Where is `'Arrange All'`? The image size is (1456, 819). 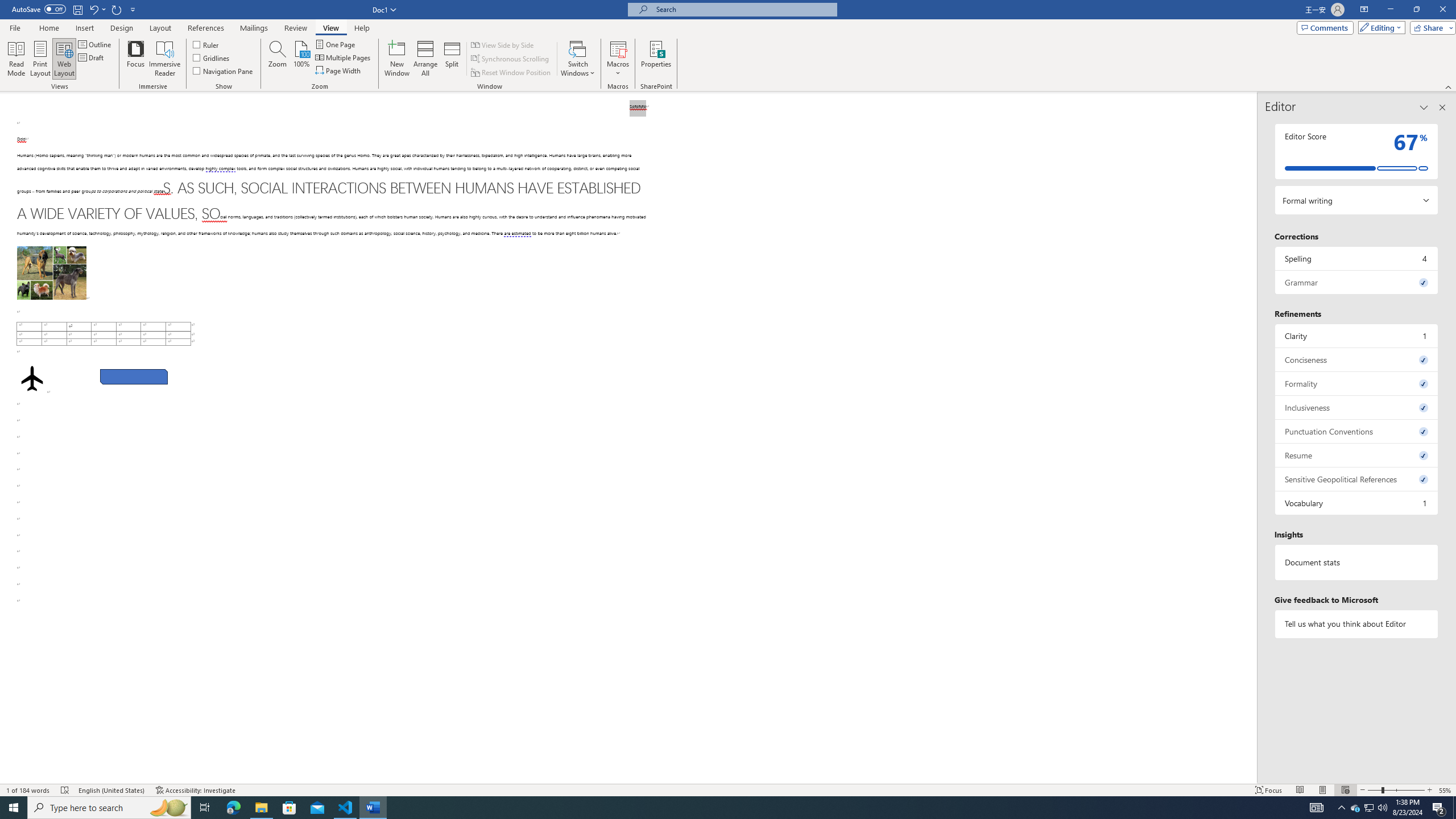 'Arrange All' is located at coordinates (425, 59).